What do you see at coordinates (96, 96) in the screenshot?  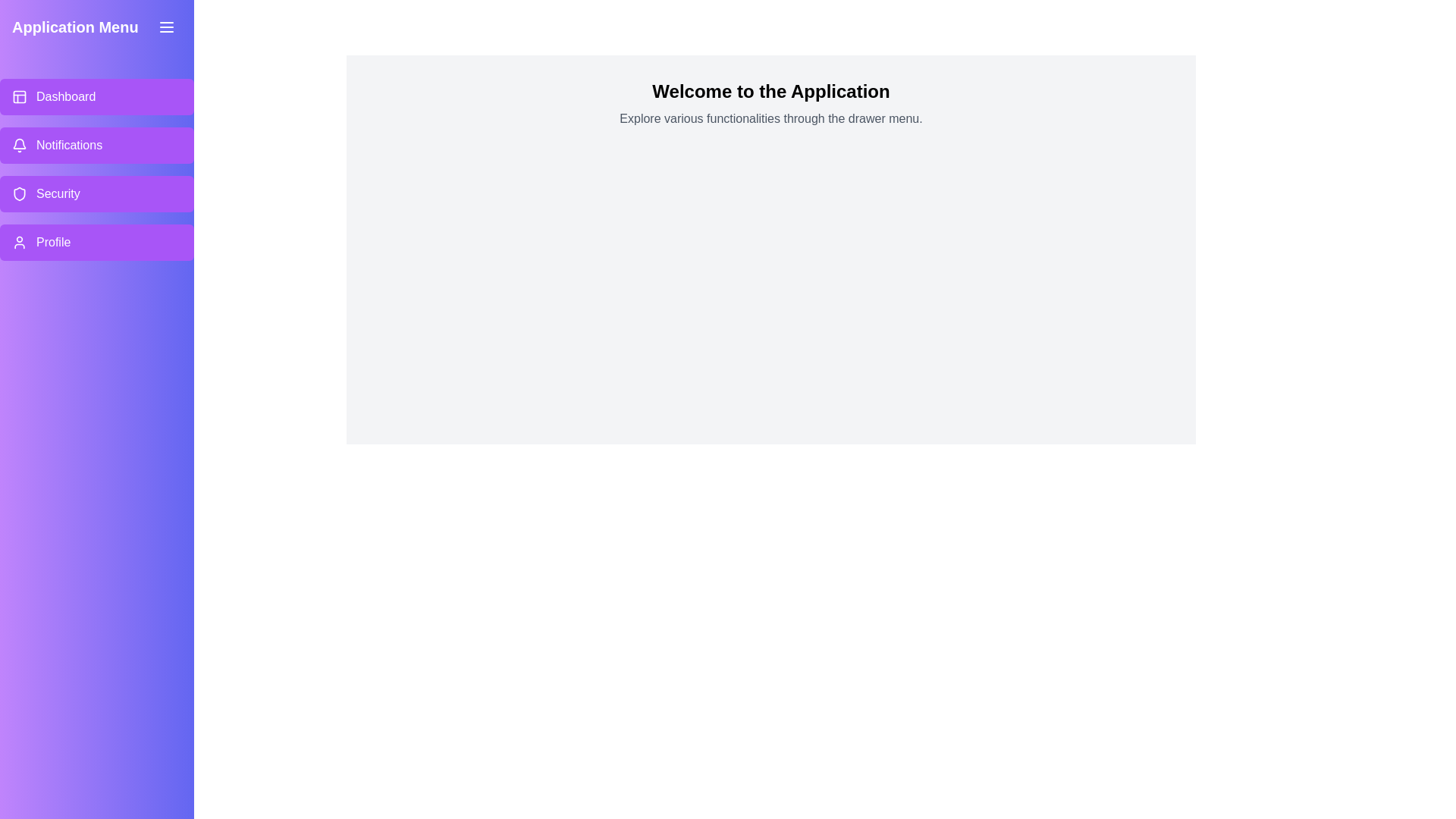 I see `the menu item labeled Dashboard` at bounding box center [96, 96].